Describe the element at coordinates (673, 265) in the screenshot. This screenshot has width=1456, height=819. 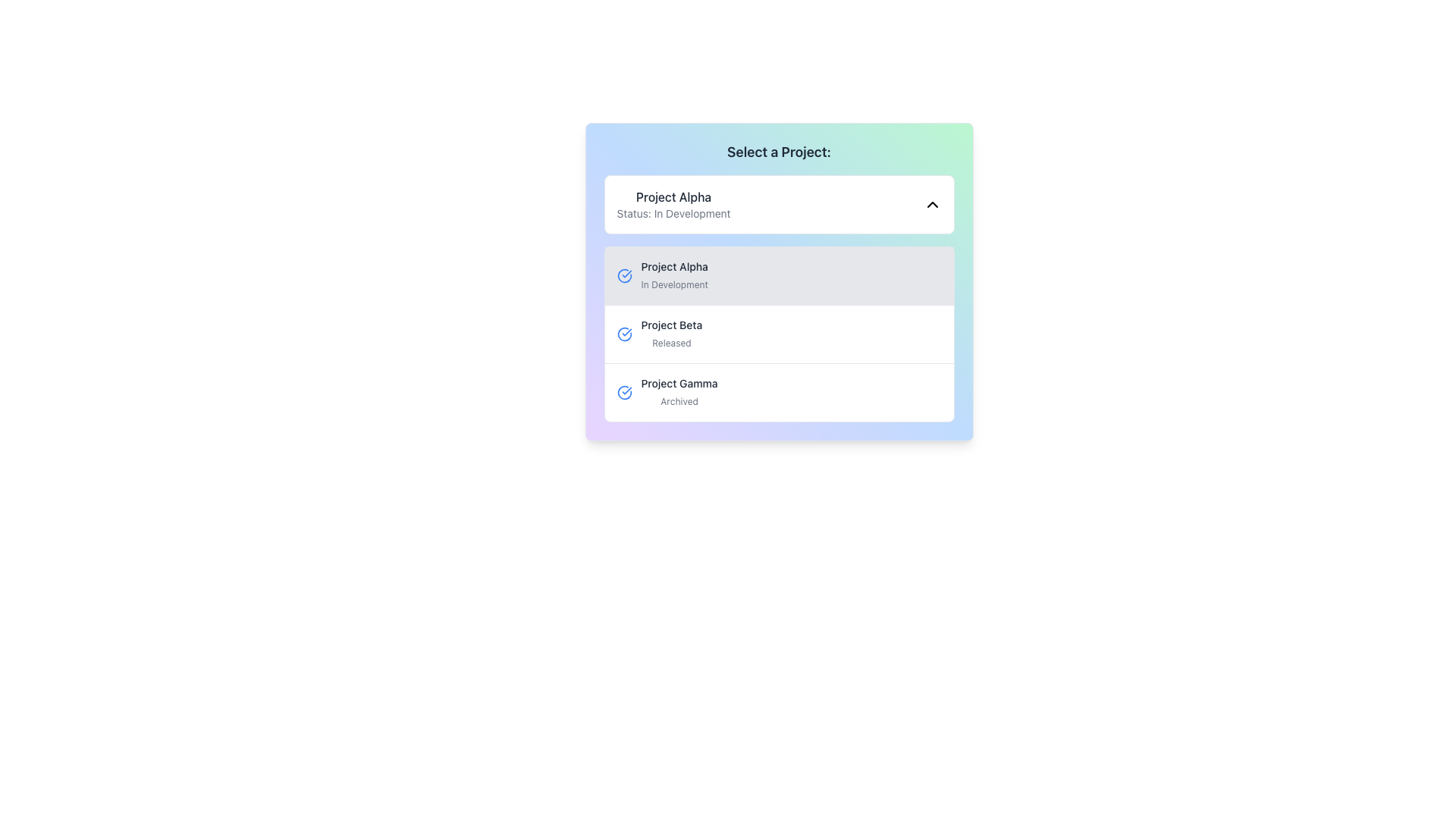
I see `text of the primary title text label displaying 'Project Alpha', which is styled in medium-weight dark gray font and located in the top section of the first row of the list item` at that location.